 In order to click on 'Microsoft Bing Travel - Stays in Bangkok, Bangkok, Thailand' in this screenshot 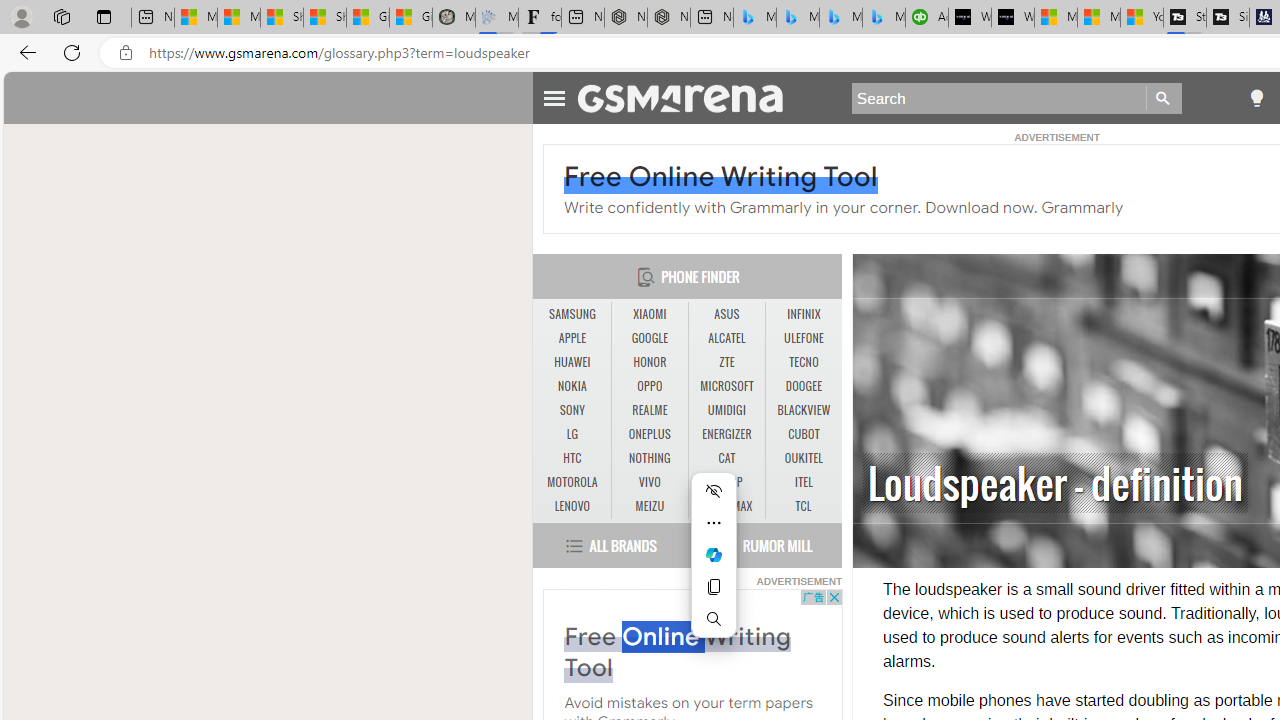, I will do `click(797, 17)`.